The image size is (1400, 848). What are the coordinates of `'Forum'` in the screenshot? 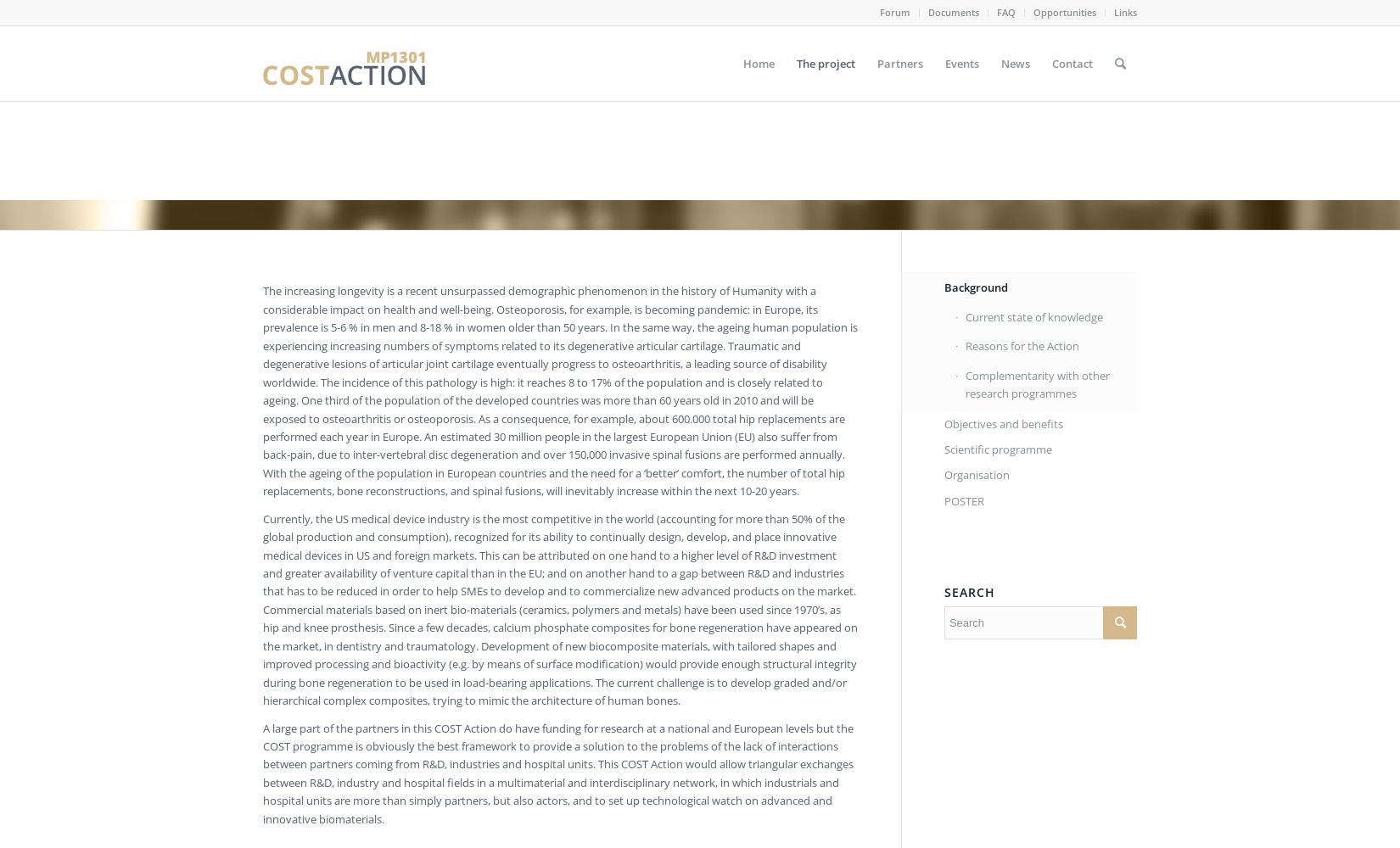 It's located at (895, 12).